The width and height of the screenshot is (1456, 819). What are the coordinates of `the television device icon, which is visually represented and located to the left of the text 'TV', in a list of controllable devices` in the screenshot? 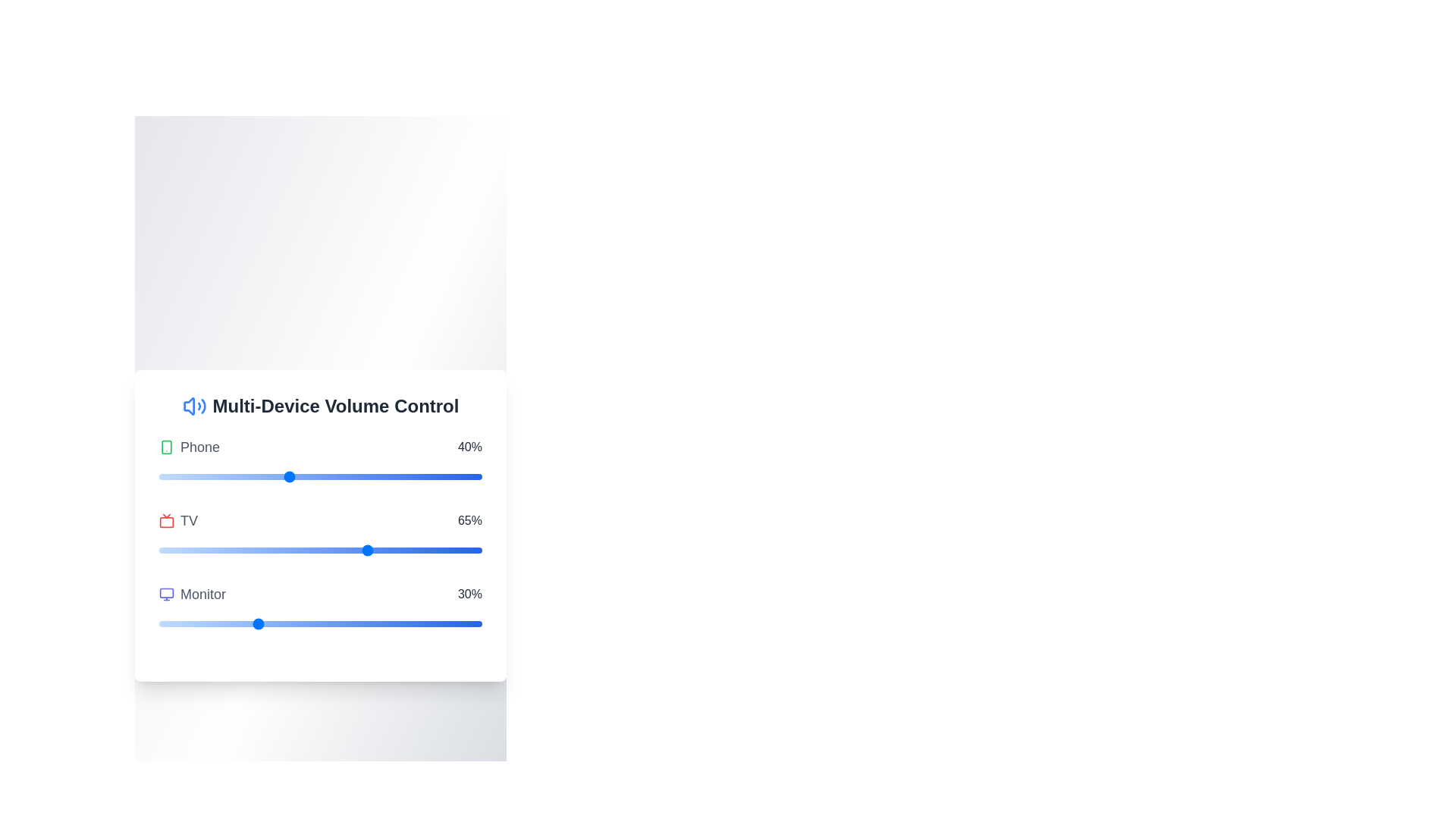 It's located at (167, 519).